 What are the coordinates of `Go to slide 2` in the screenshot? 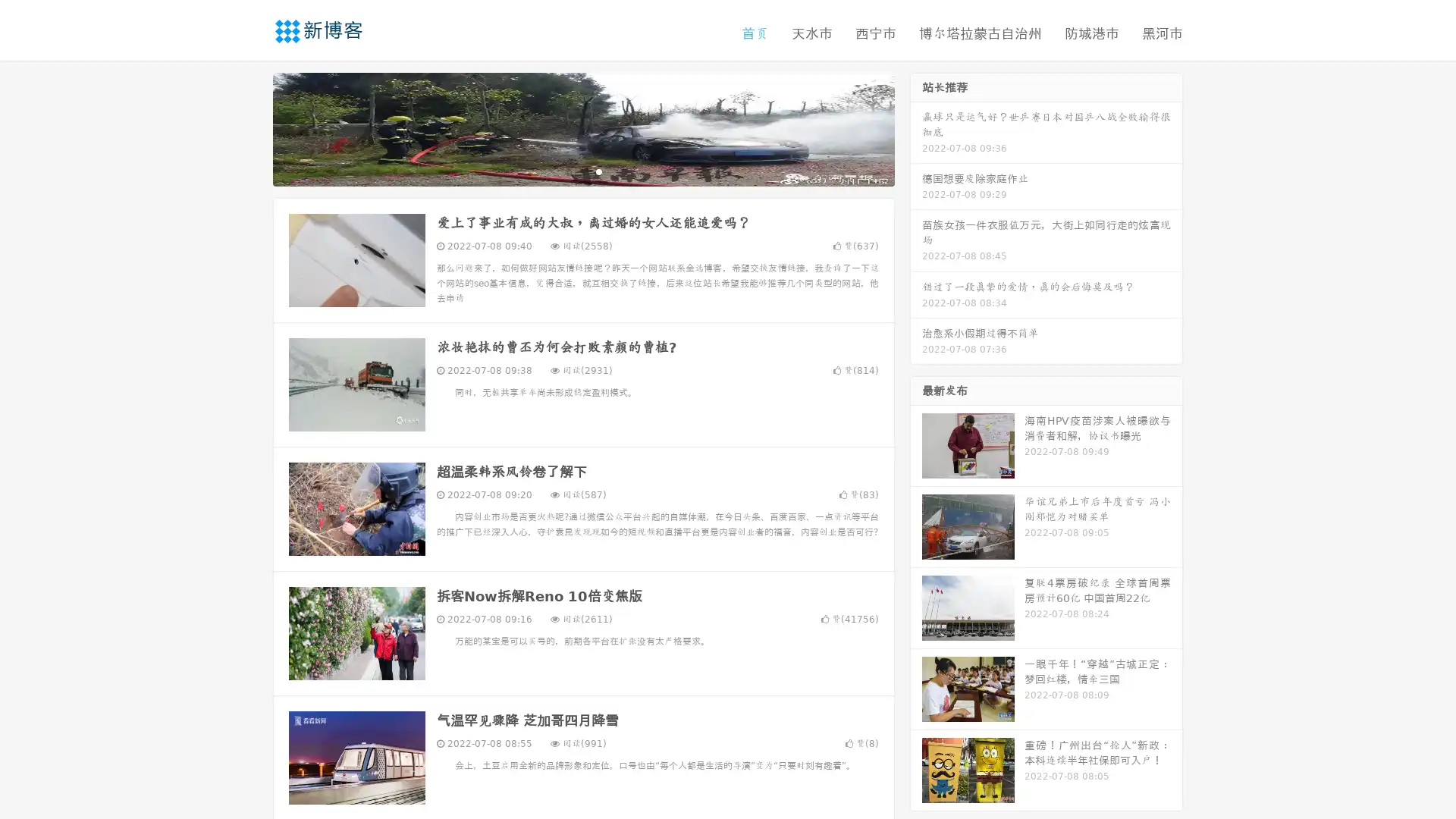 It's located at (582, 171).